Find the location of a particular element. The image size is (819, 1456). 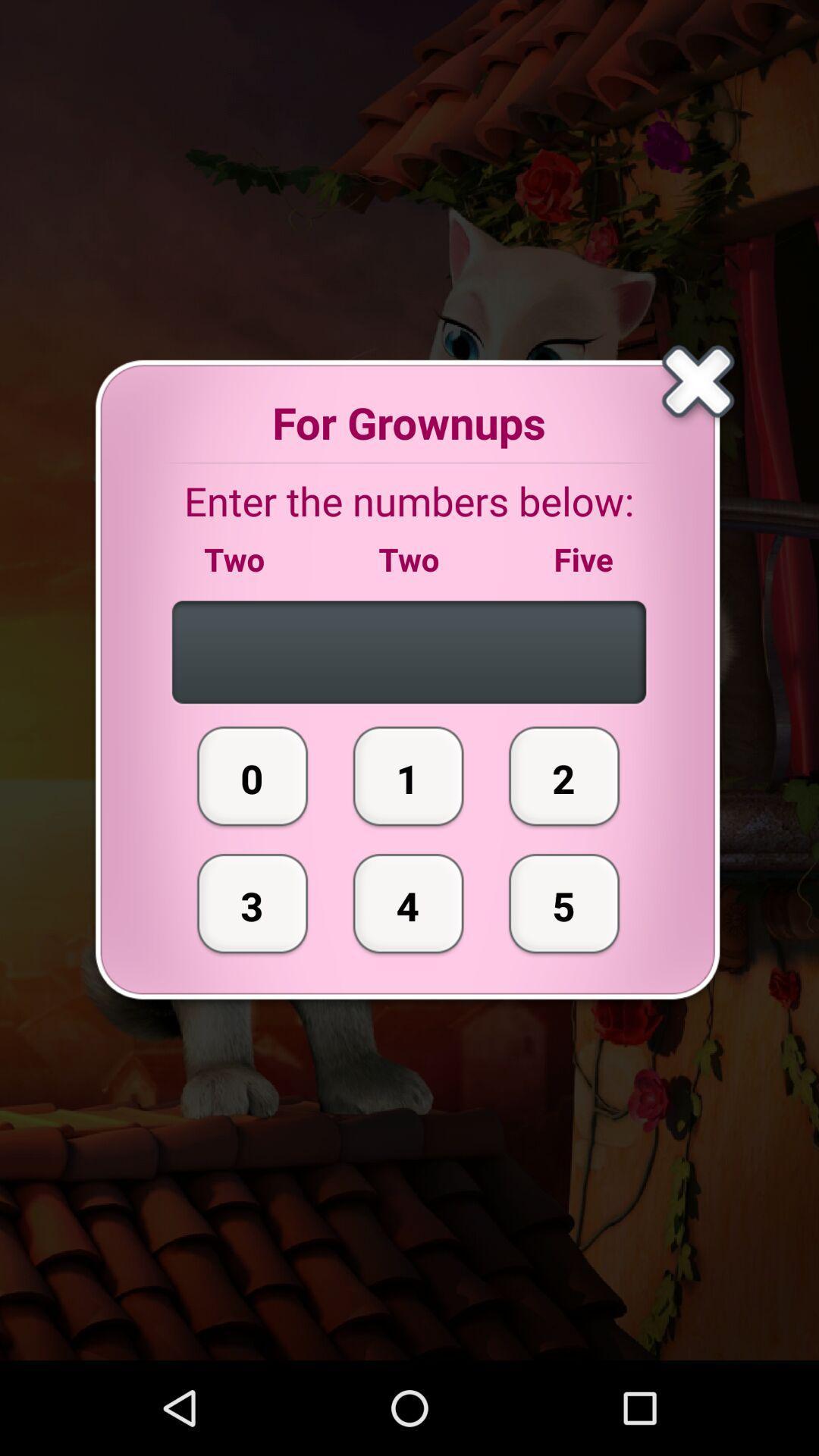

button below the 1 item is located at coordinates (408, 903).